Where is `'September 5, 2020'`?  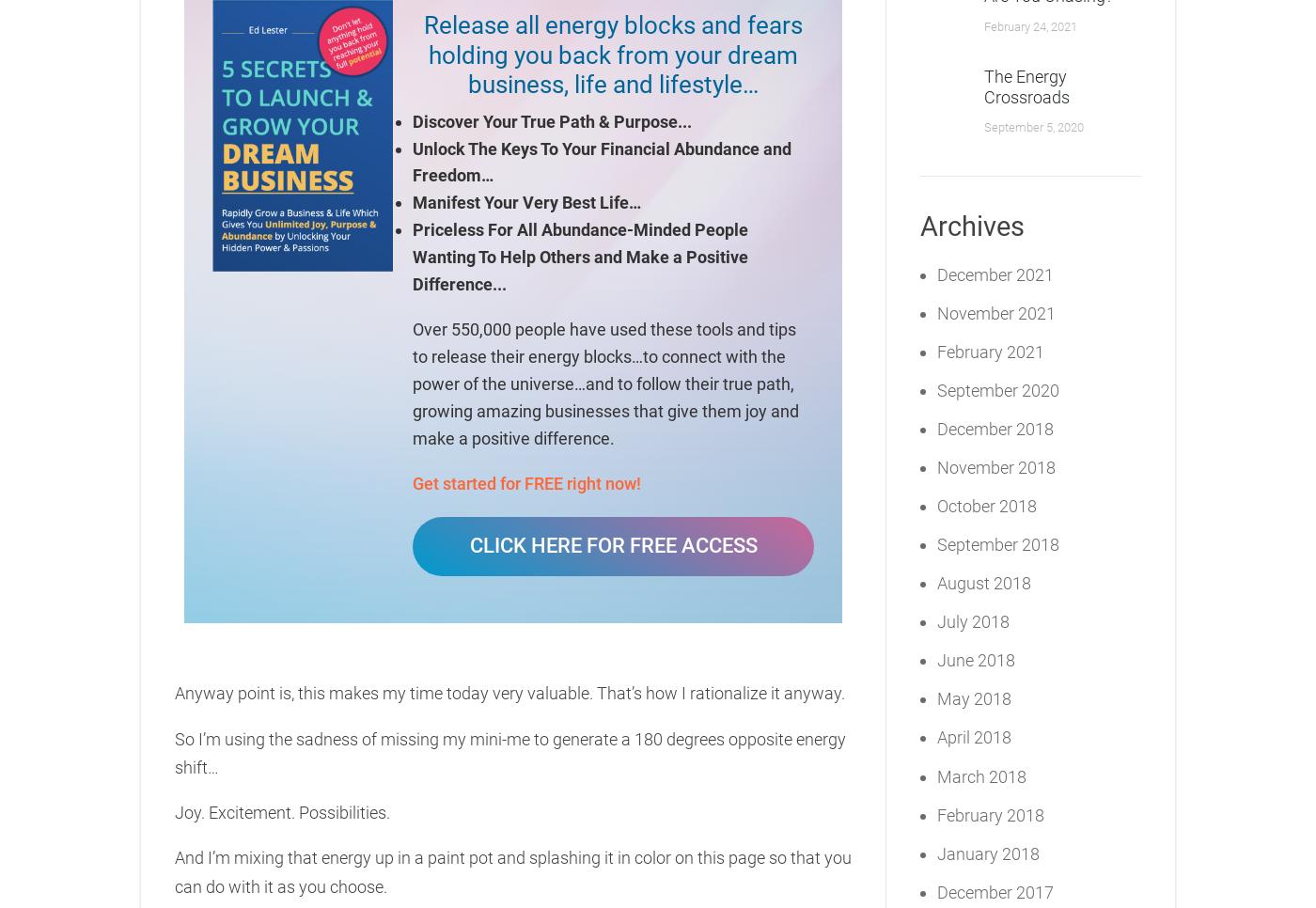 'September 5, 2020' is located at coordinates (1033, 126).